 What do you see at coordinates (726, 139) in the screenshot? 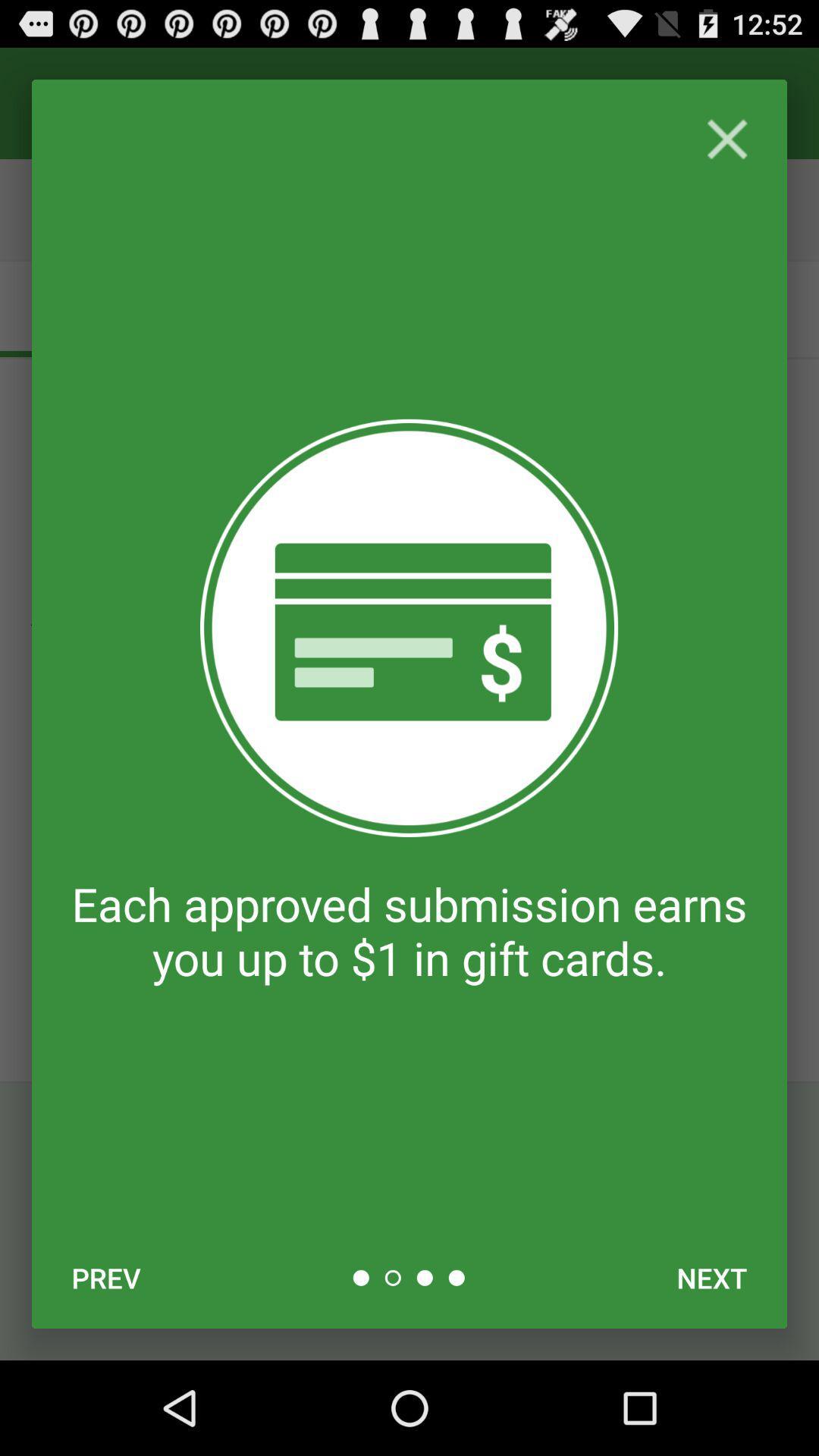
I see `page` at bounding box center [726, 139].